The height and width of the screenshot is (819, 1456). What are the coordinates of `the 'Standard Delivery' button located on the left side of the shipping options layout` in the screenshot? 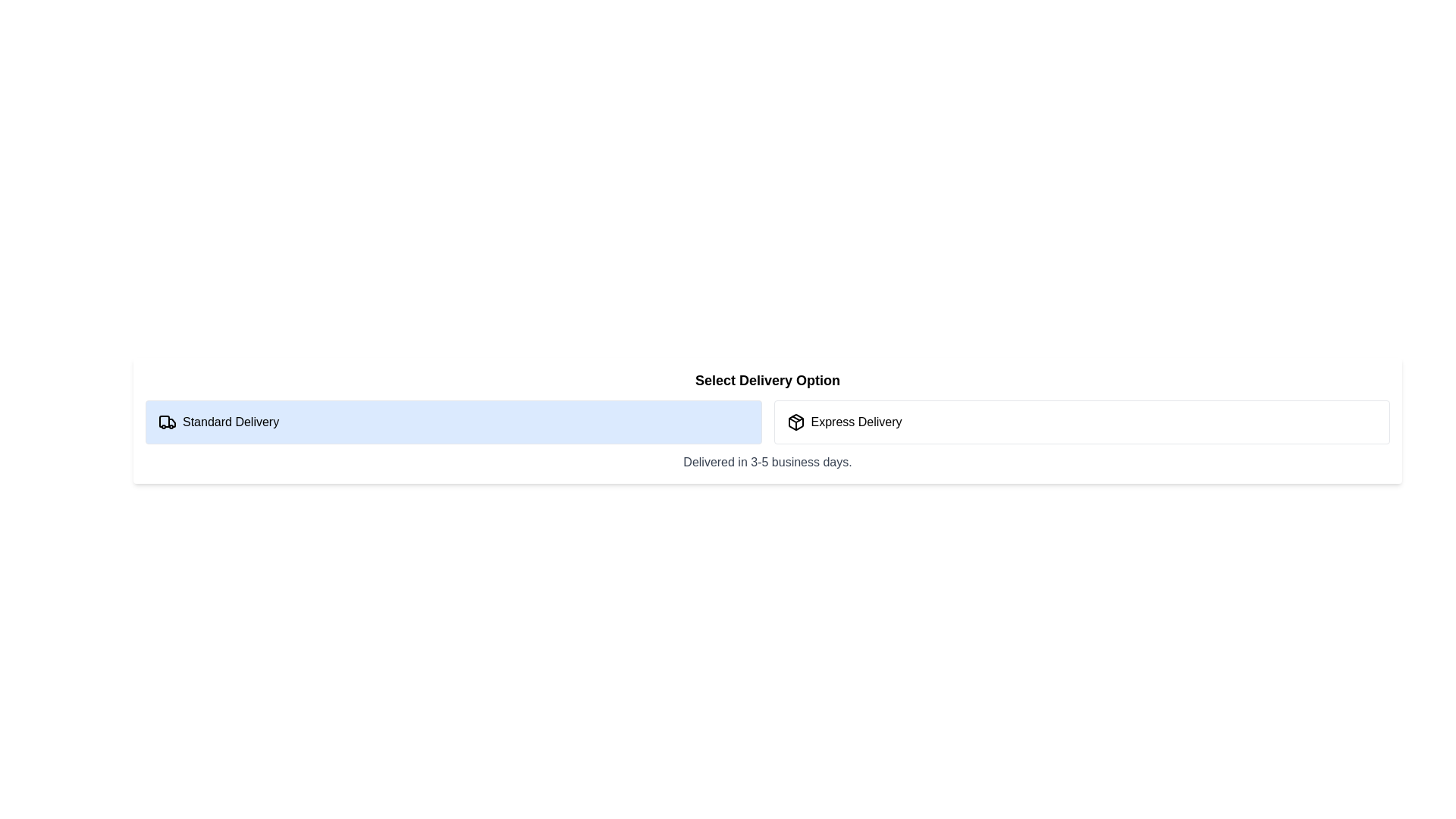 It's located at (453, 422).